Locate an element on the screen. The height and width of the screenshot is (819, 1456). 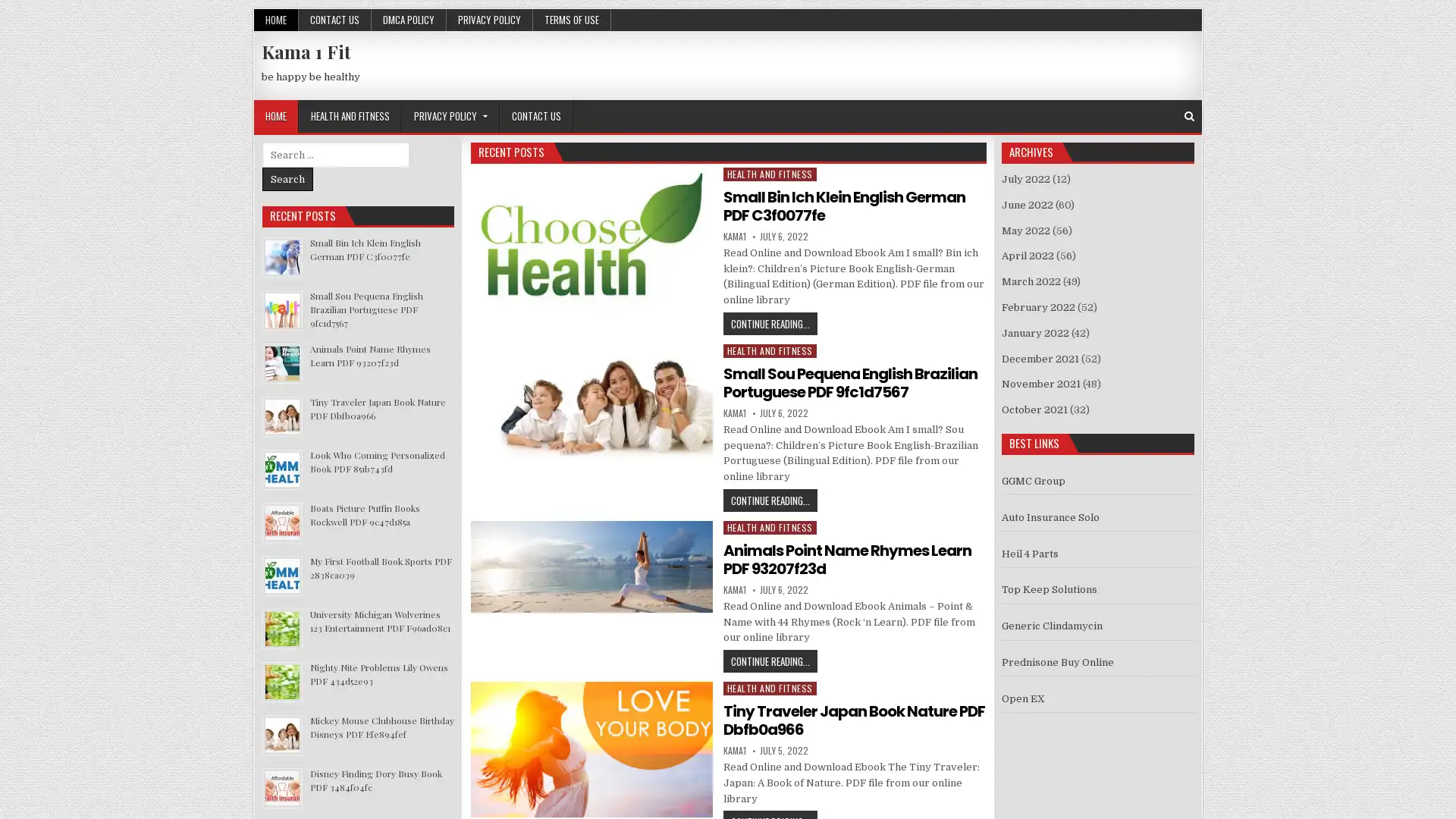
Search is located at coordinates (287, 178).